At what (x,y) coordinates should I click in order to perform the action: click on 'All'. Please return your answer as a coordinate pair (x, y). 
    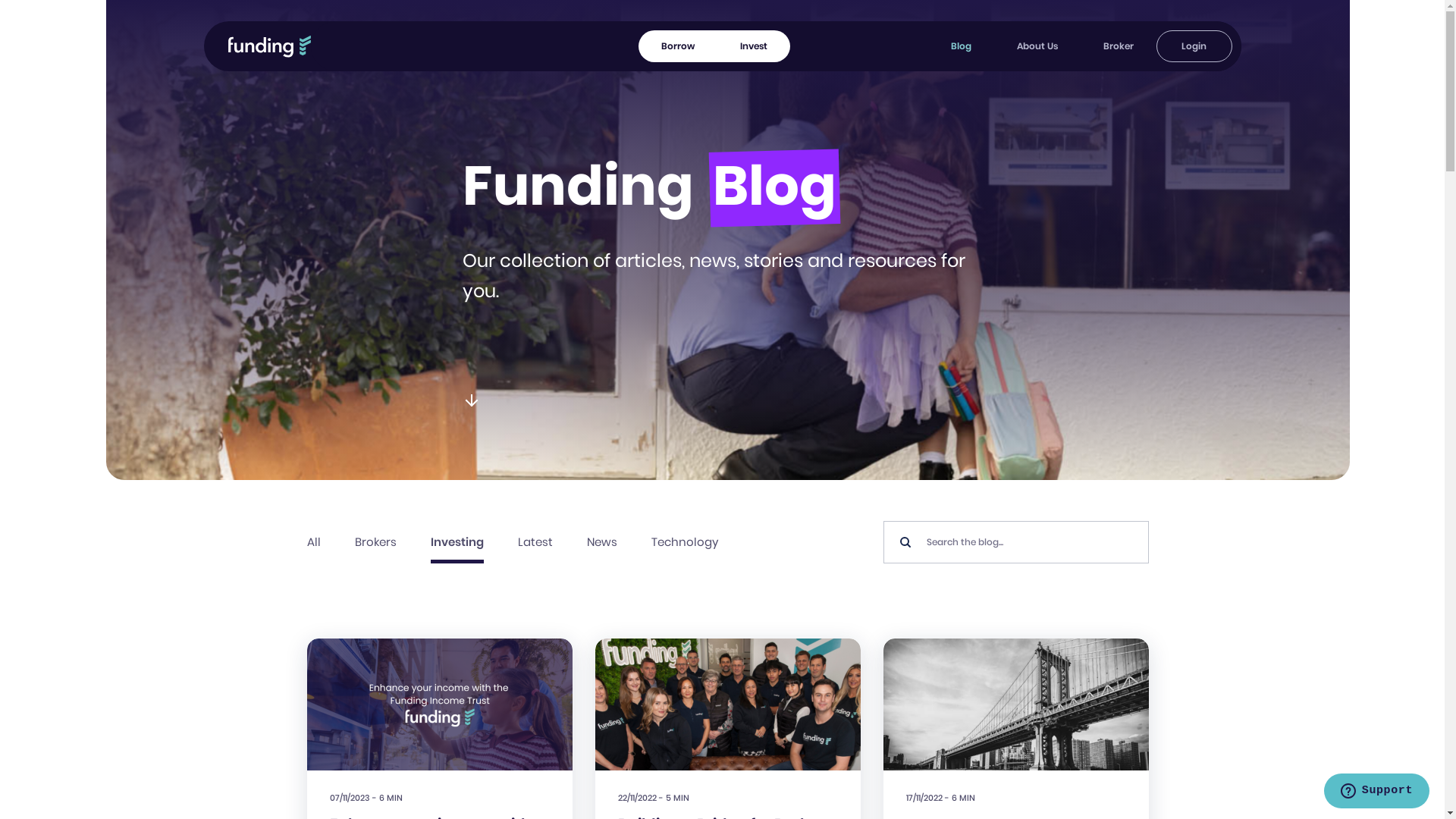
    Looking at the image, I should click on (306, 541).